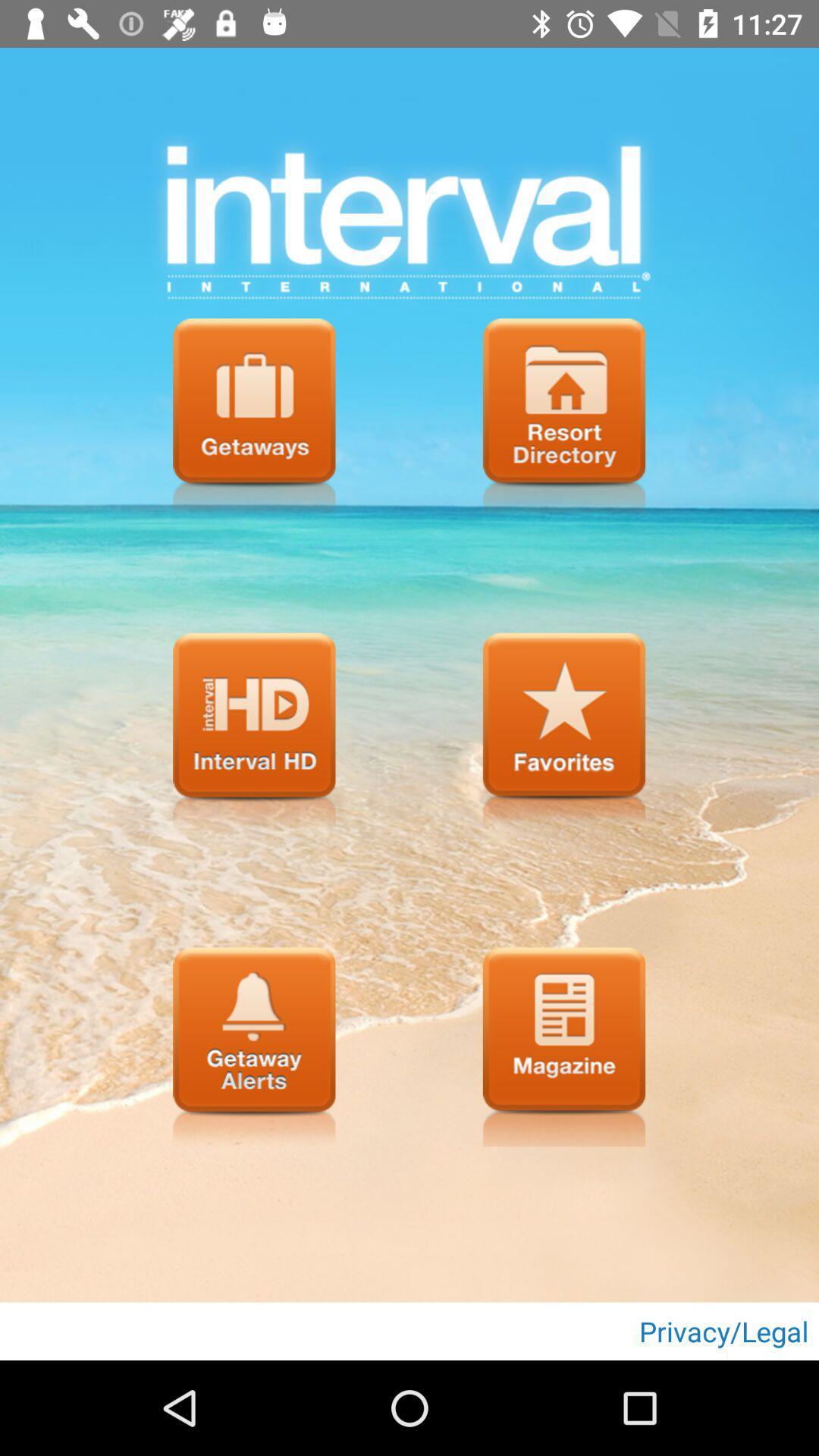 This screenshot has height=1456, width=819. I want to click on getaway alerts, so click(253, 1046).